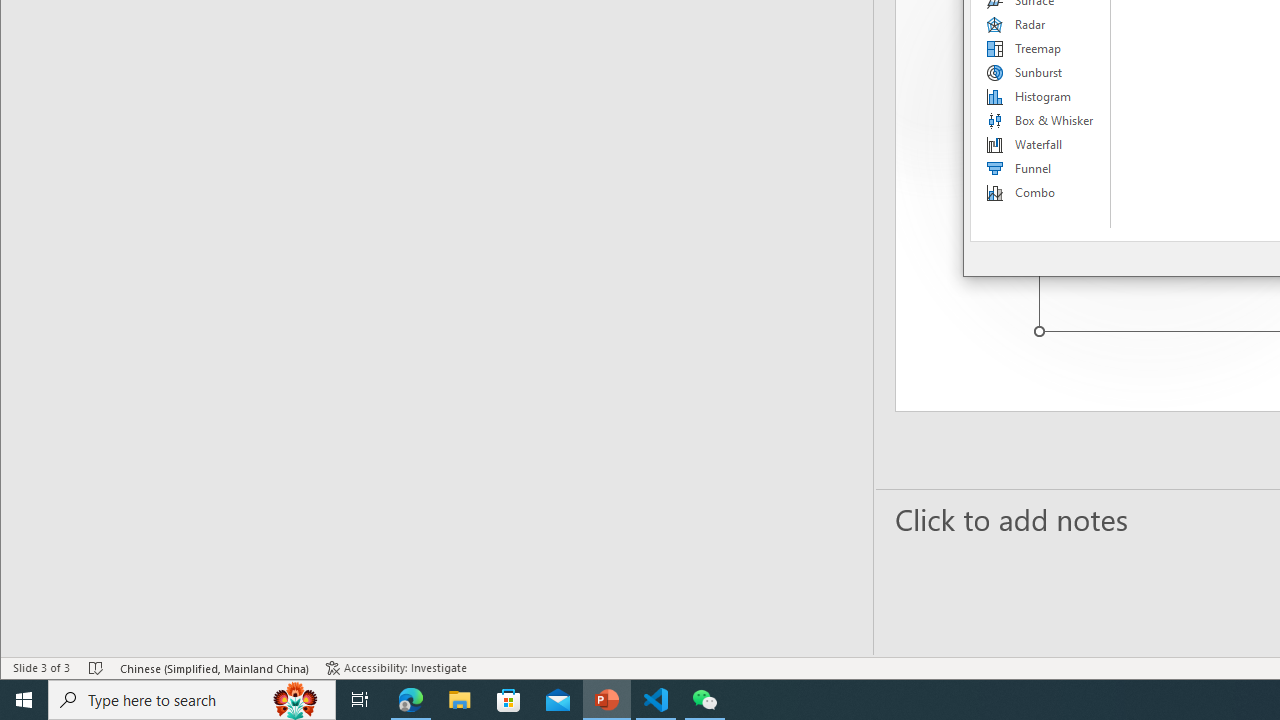 Image resolution: width=1280 pixels, height=720 pixels. What do you see at coordinates (1040, 47) in the screenshot?
I see `'Treemap'` at bounding box center [1040, 47].